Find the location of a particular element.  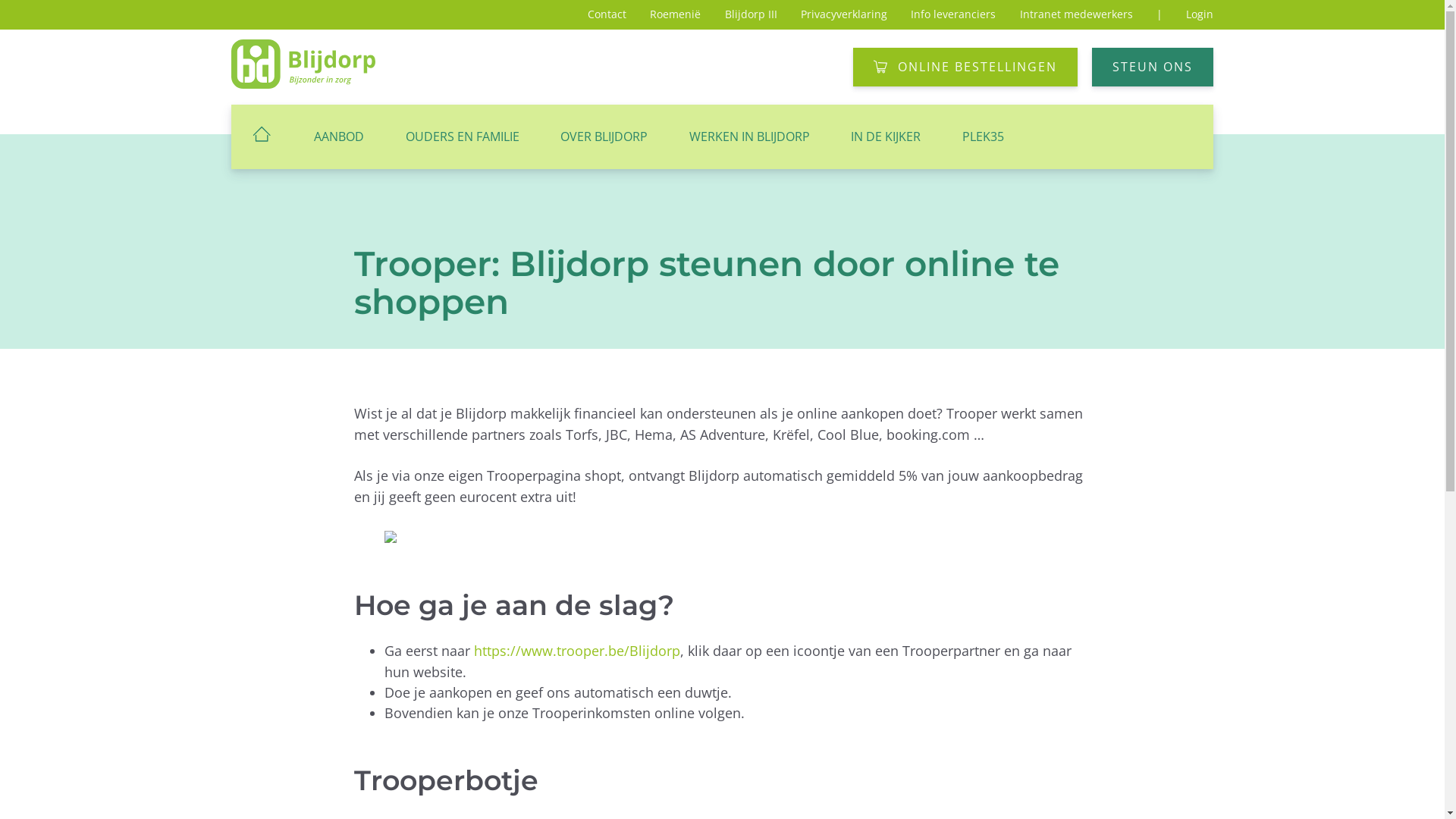

'PLEK35' is located at coordinates (941, 136).